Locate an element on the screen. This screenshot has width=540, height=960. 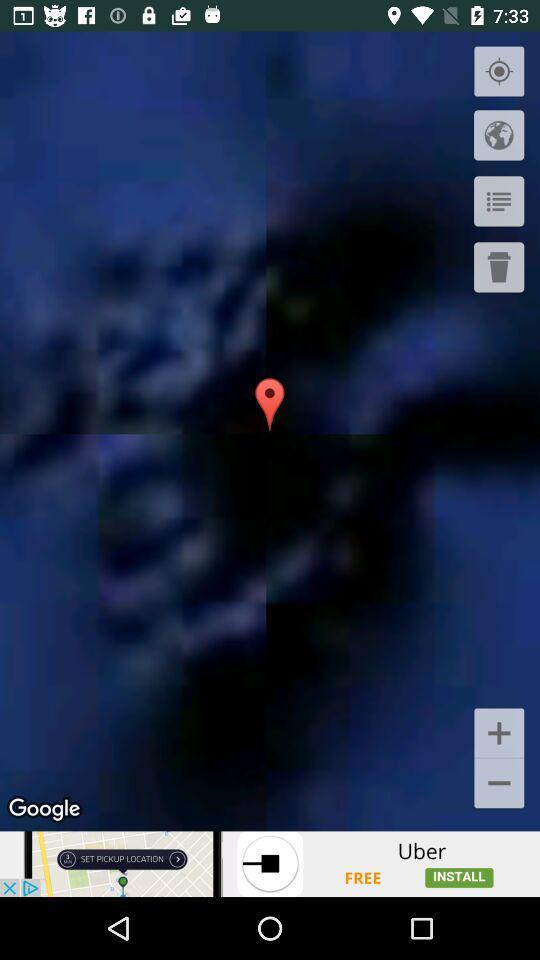
the globe icon is located at coordinates (498, 134).